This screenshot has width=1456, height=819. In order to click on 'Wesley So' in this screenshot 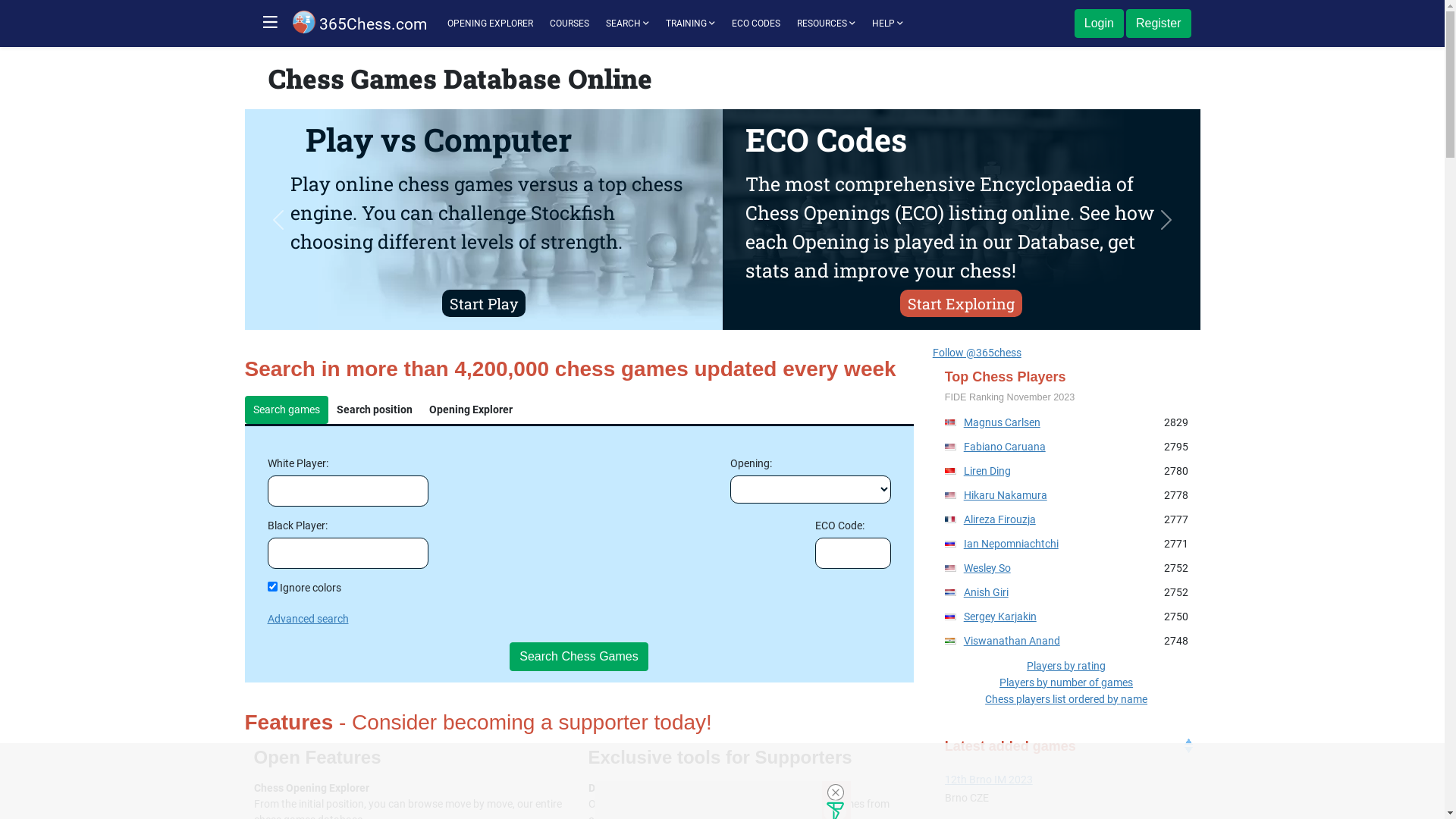, I will do `click(987, 567)`.